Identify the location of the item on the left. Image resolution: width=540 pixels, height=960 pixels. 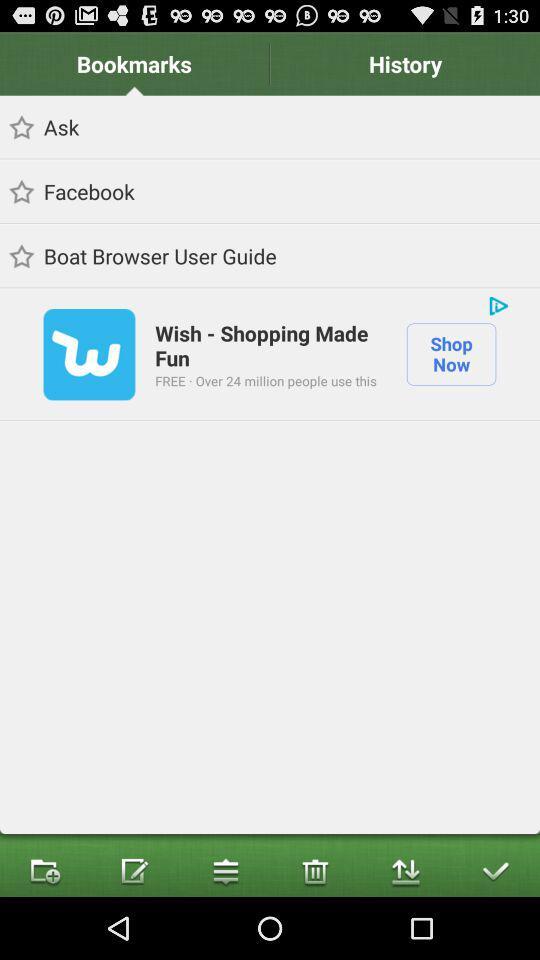
(88, 354).